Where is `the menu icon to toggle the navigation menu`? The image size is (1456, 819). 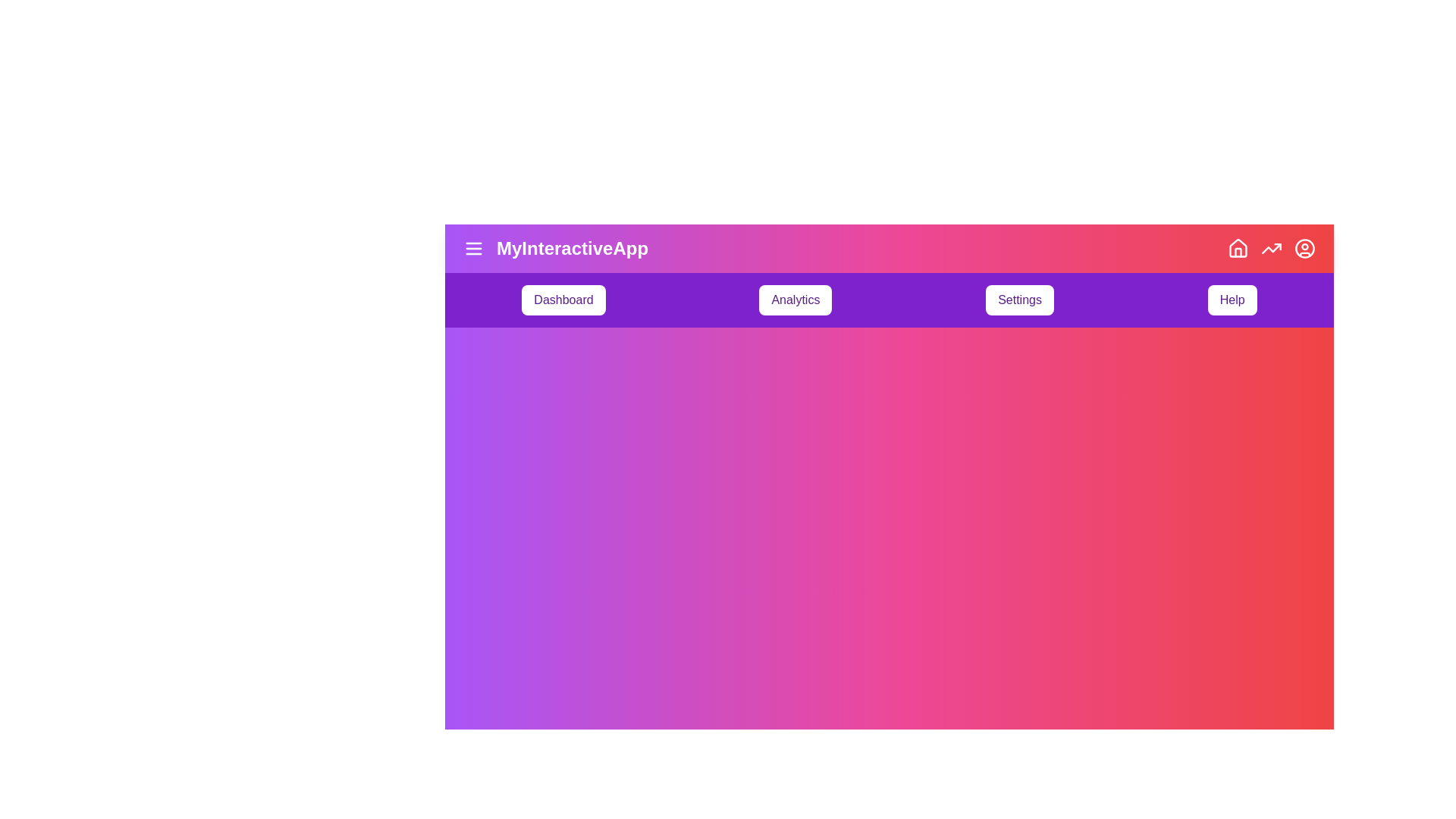 the menu icon to toggle the navigation menu is located at coordinates (472, 247).